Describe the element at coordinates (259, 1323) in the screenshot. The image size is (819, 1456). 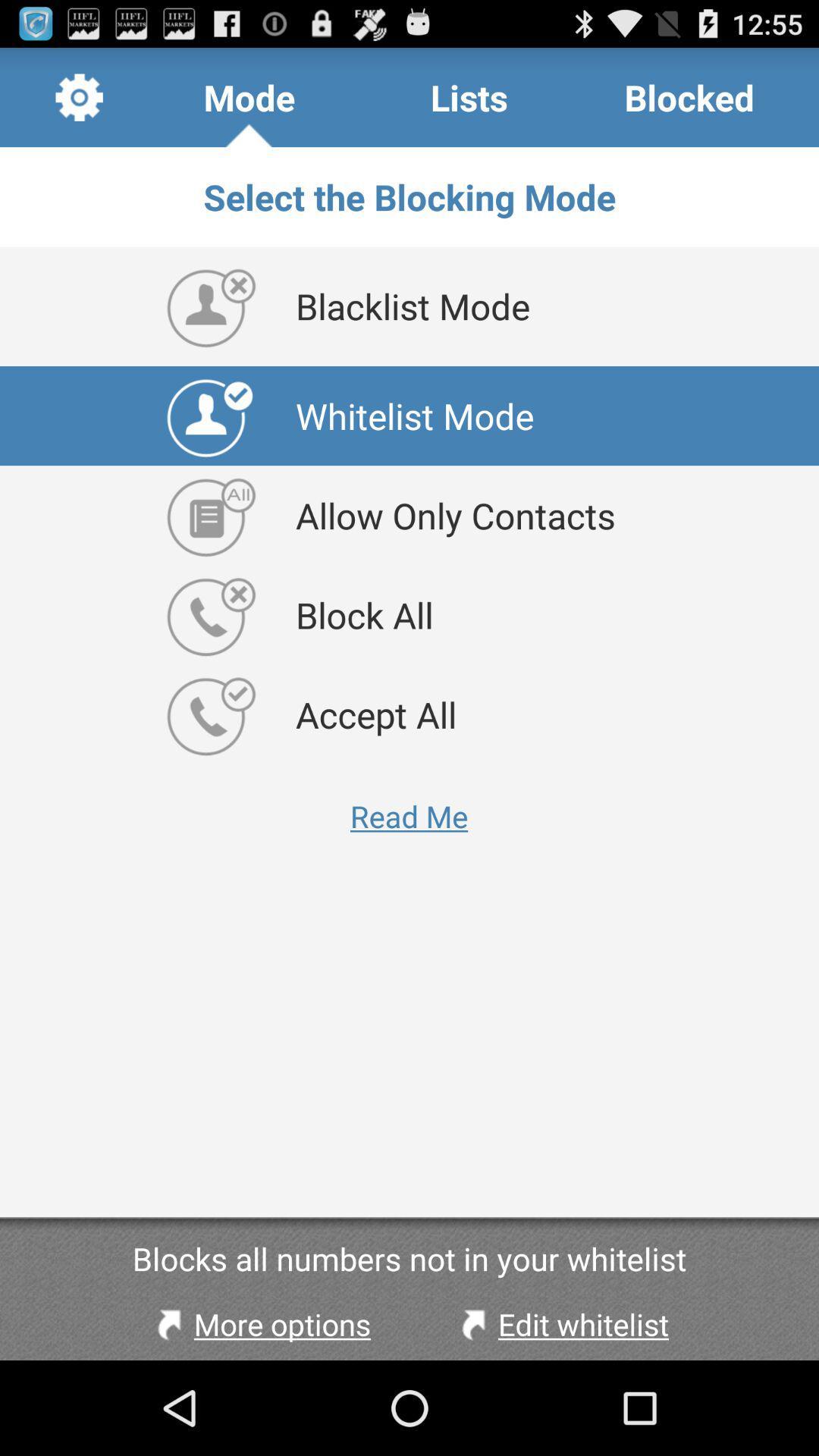
I see `the more options at the bottom left corner` at that location.